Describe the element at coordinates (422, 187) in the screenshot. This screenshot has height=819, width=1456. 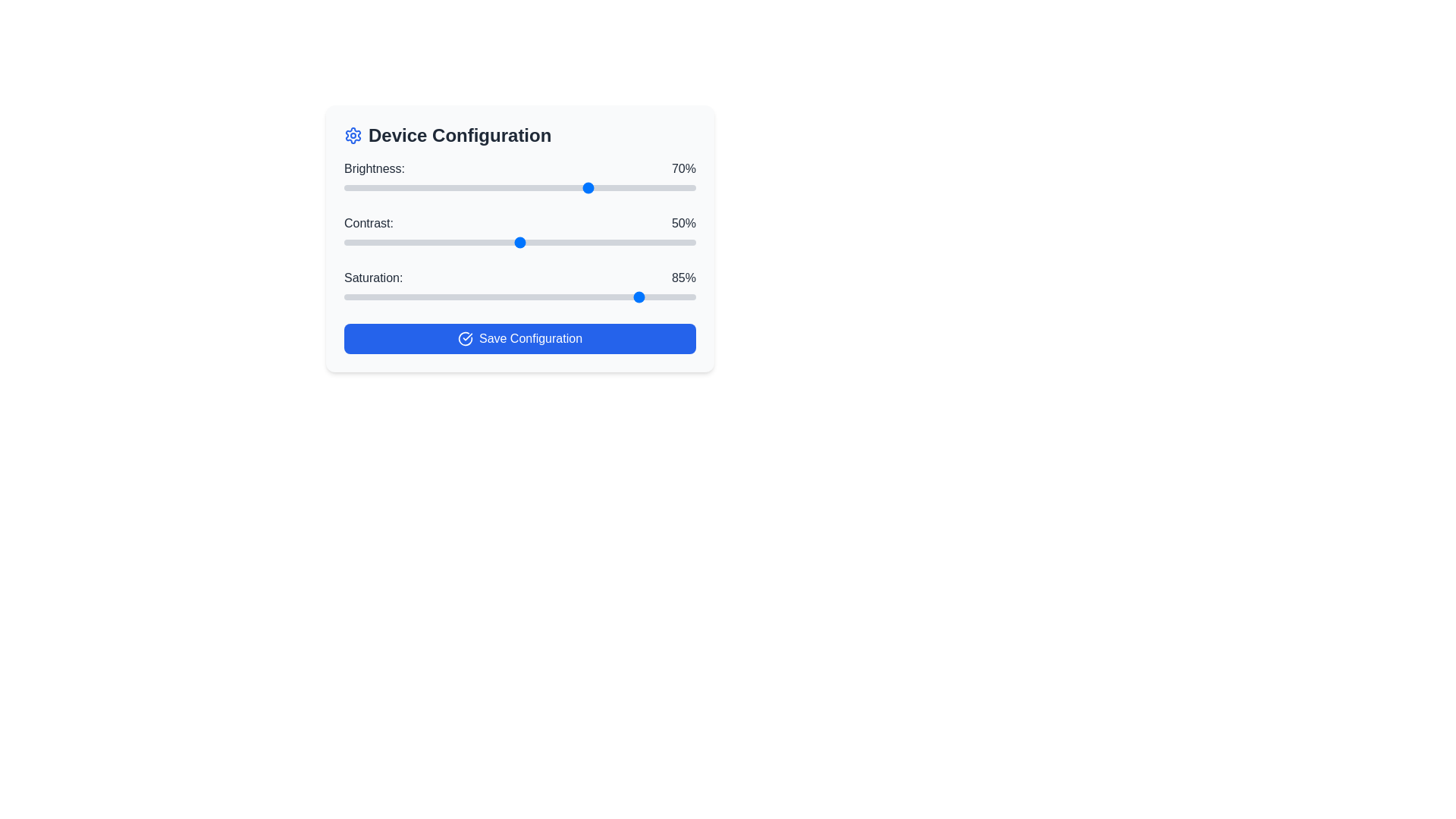
I see `brightness` at that location.